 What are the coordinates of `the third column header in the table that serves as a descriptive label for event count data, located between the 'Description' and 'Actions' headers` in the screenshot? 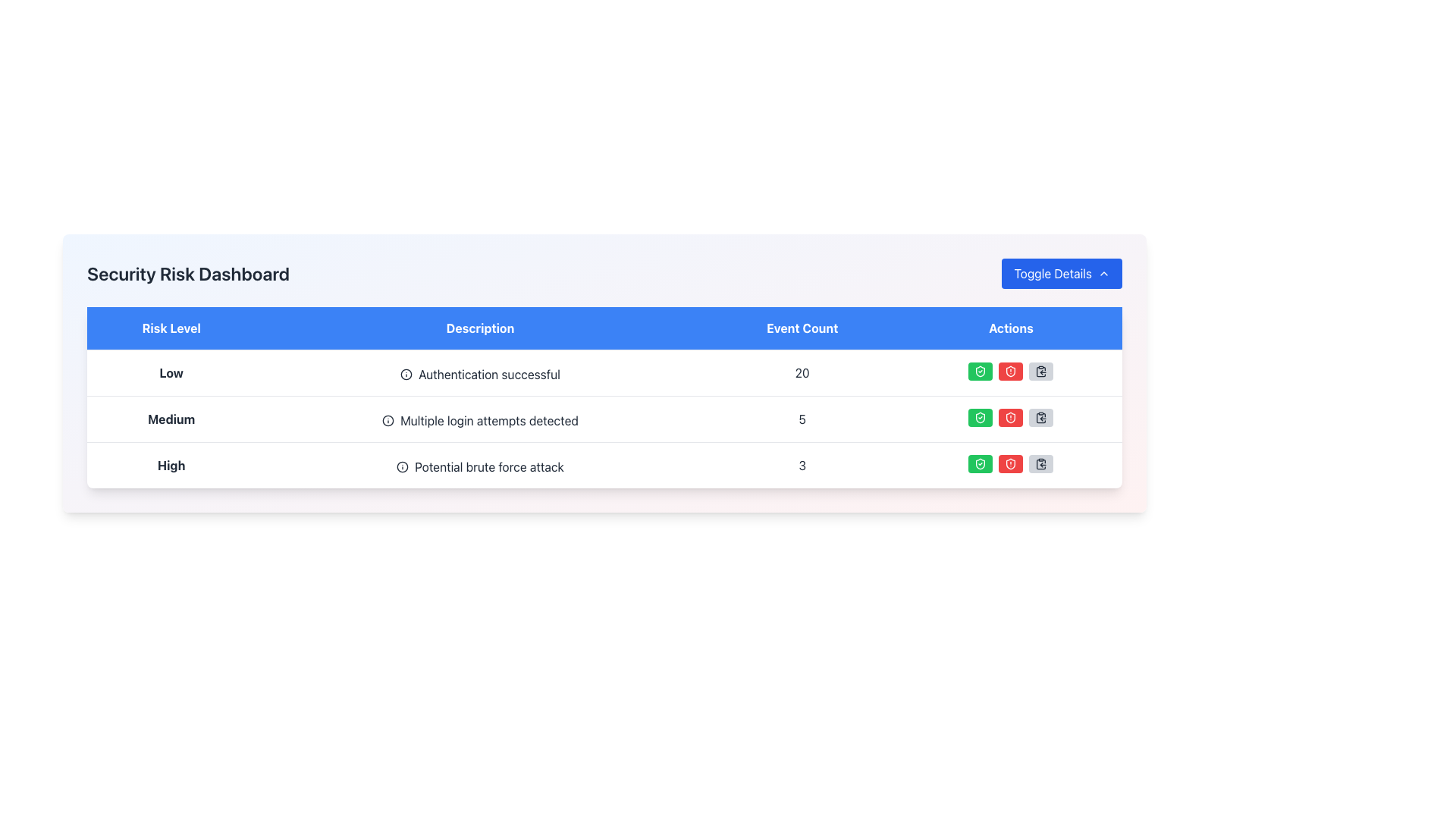 It's located at (802, 328).